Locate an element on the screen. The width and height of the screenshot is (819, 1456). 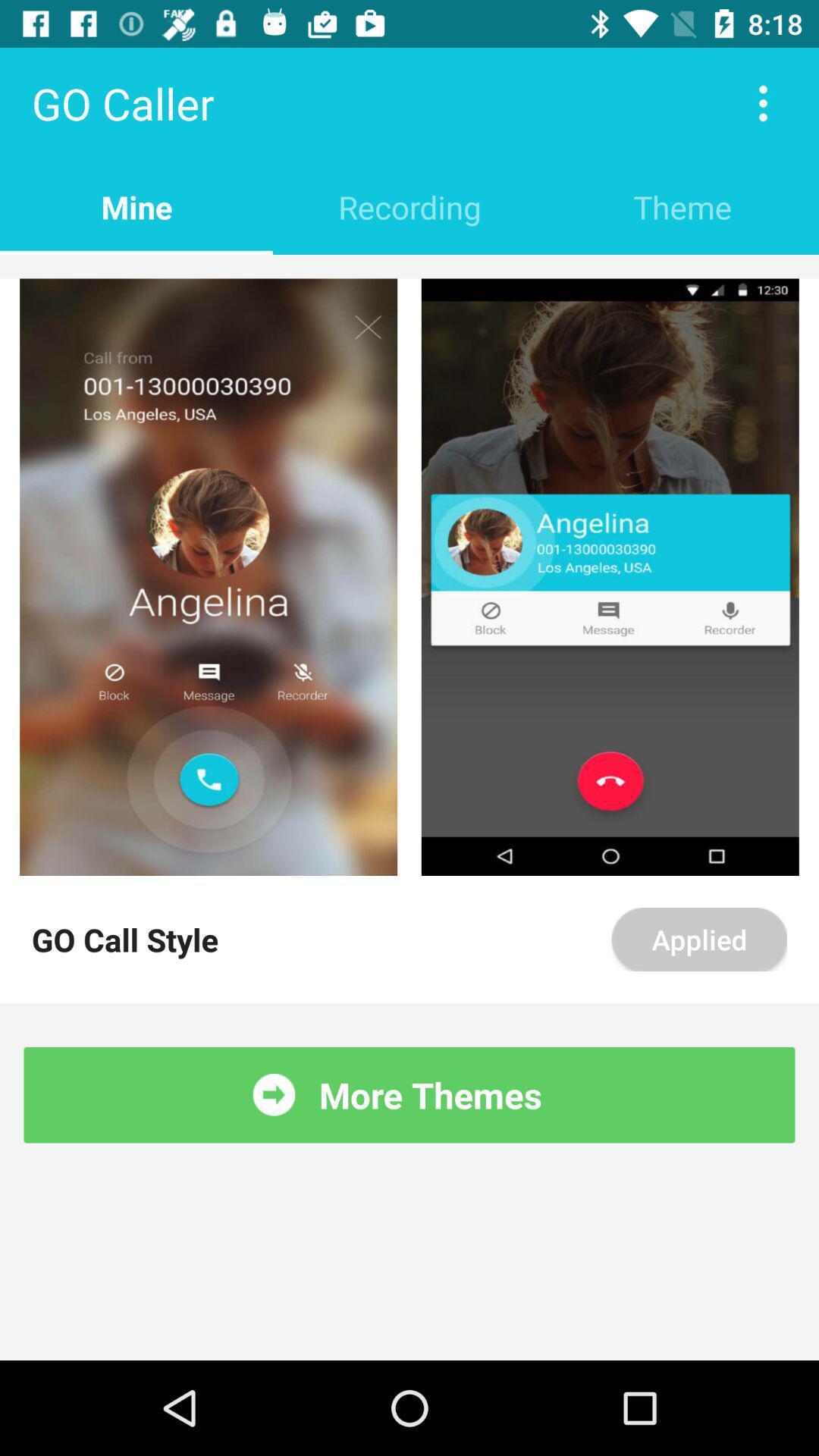
item above theme item is located at coordinates (763, 102).